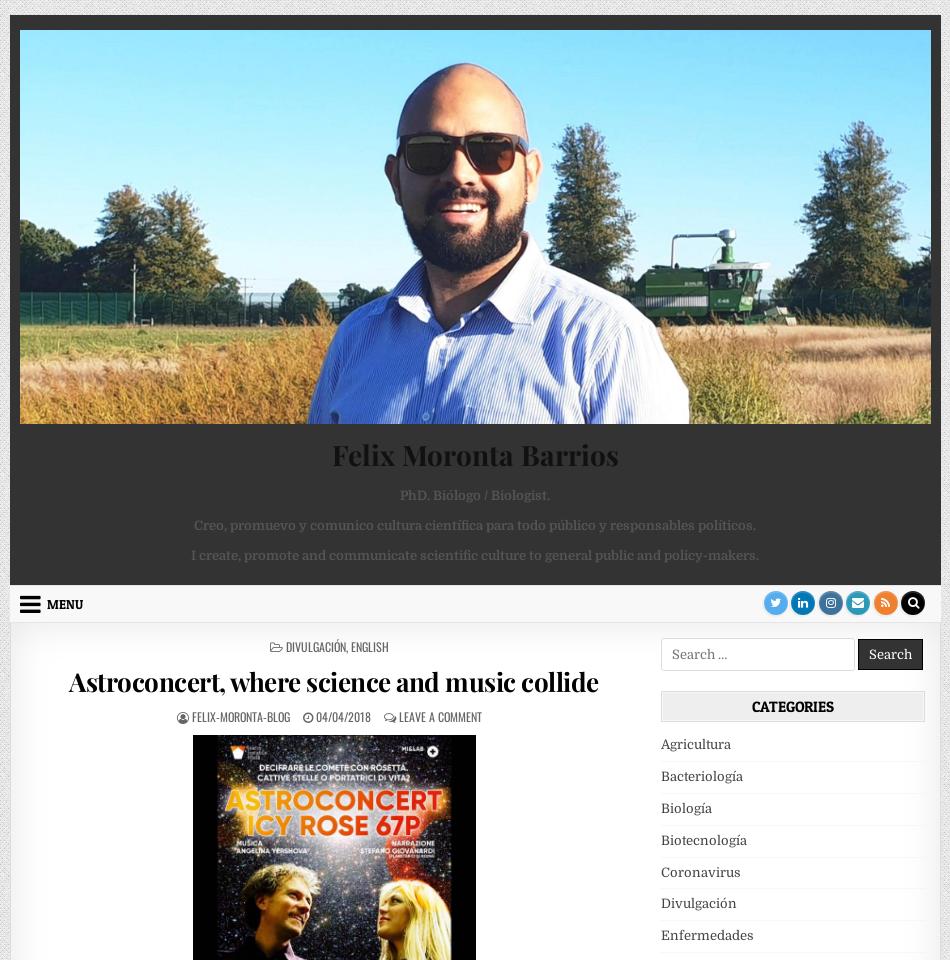  Describe the element at coordinates (238, 715) in the screenshot. I see `'felix-moronta-blog'` at that location.